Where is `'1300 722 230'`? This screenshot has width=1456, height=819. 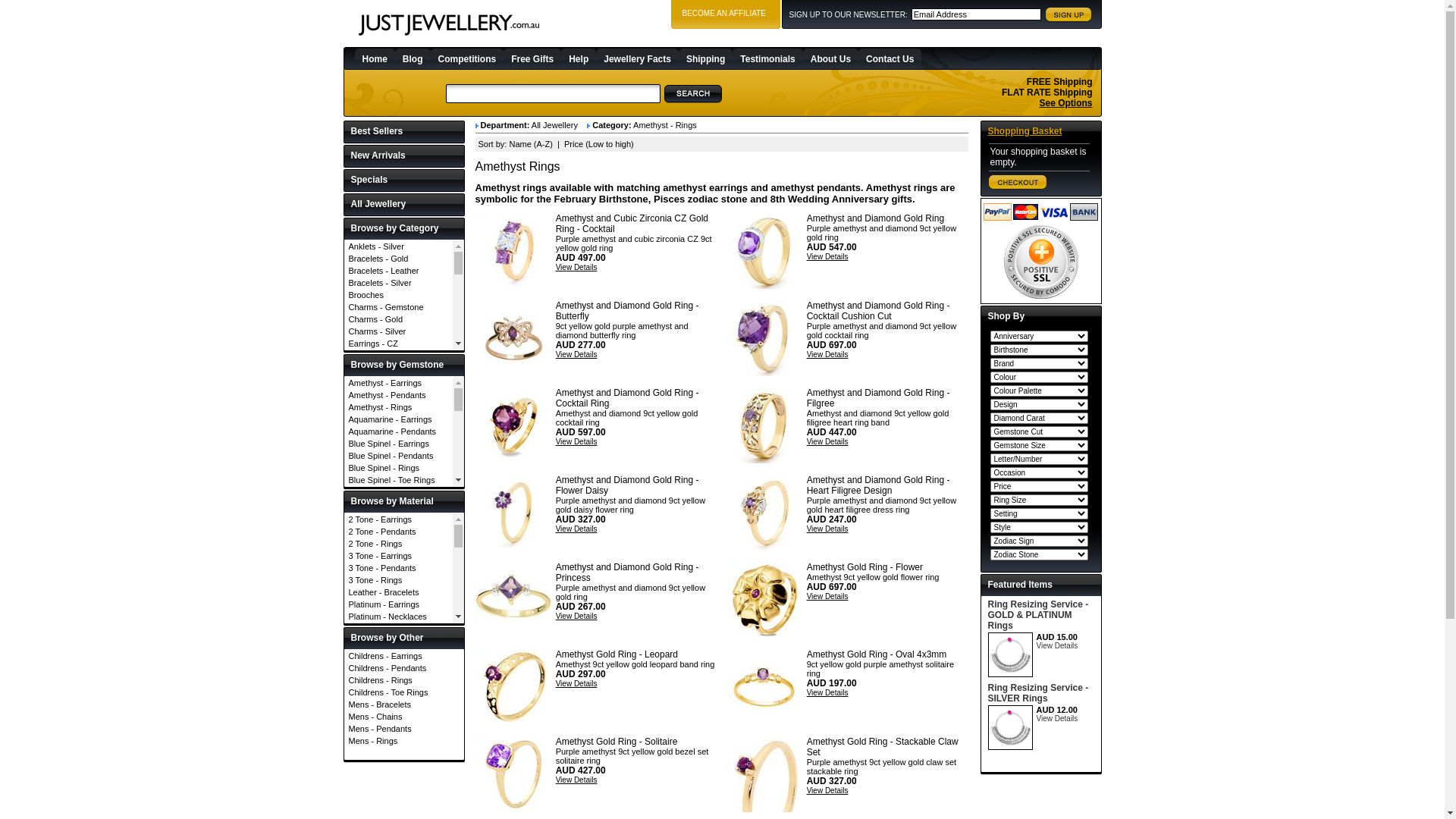
'1300 722 230' is located at coordinates (1056, 57).